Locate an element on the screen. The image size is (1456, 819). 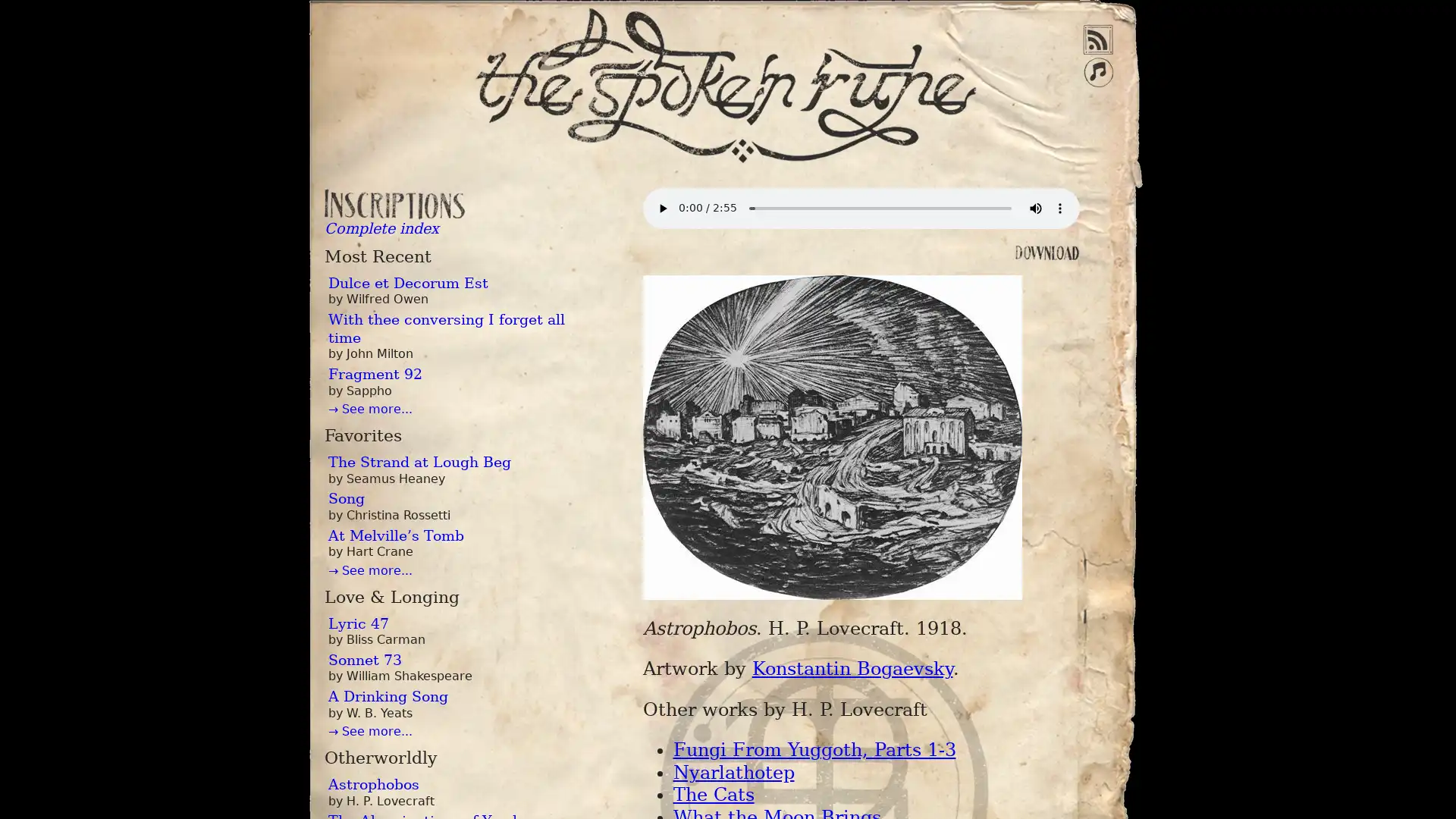
play is located at coordinates (662, 208).